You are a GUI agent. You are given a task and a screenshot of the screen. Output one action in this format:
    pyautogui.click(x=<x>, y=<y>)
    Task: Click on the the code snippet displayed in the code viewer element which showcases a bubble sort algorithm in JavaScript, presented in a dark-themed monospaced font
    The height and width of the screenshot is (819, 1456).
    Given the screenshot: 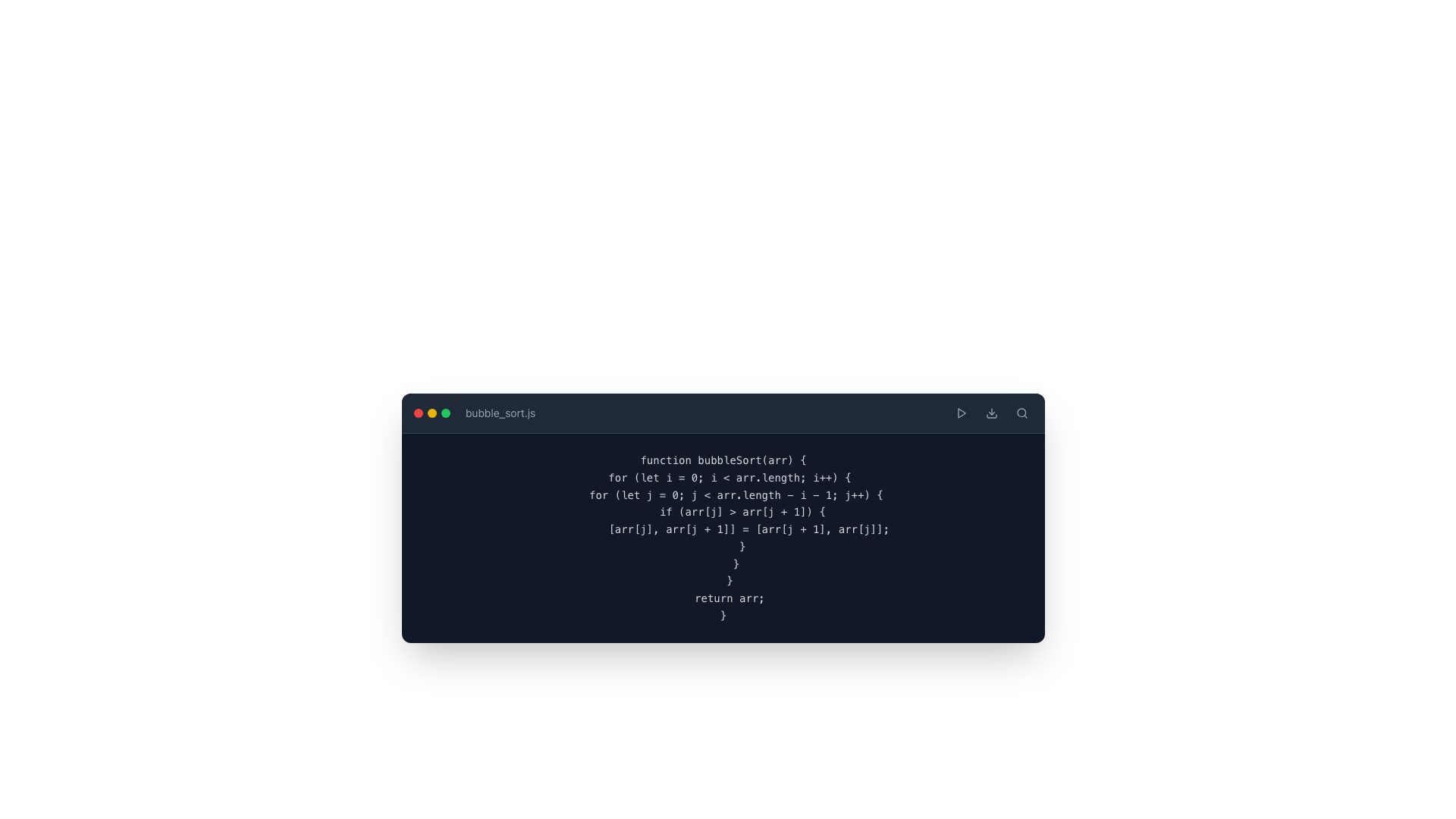 What is the action you would take?
    pyautogui.click(x=723, y=537)
    